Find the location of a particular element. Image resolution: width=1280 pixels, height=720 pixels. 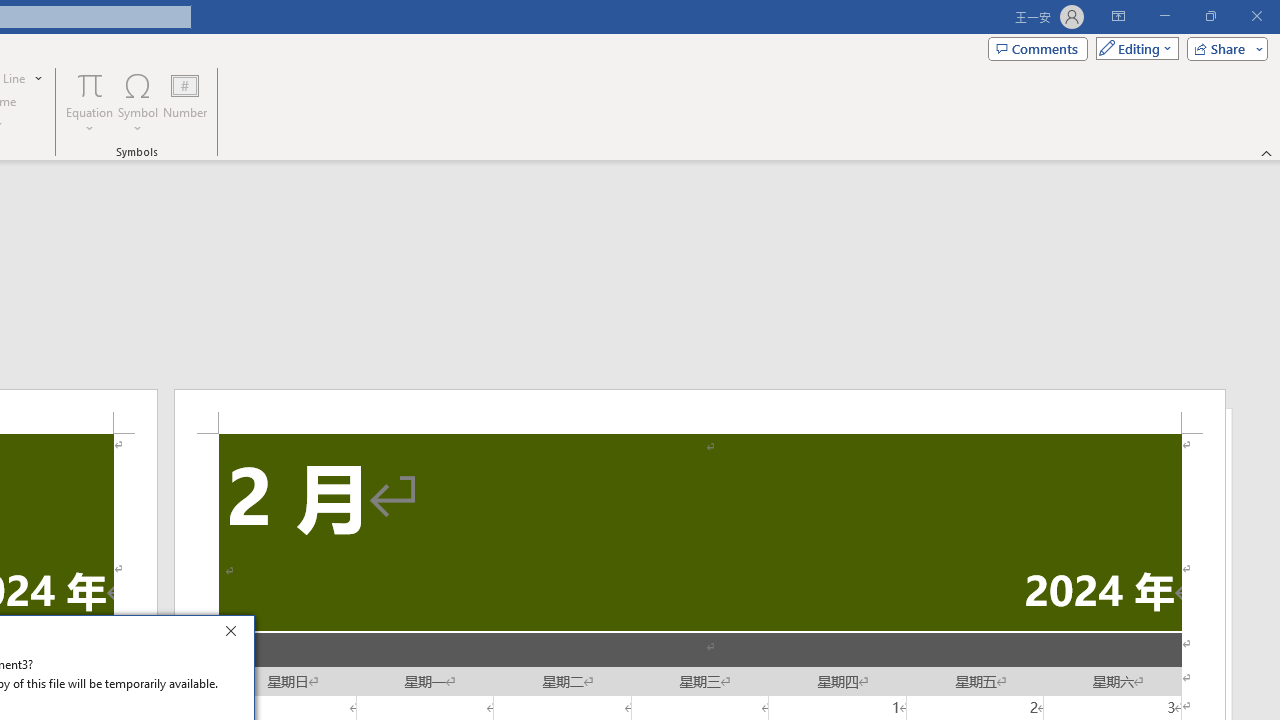

'Ribbon Display Options' is located at coordinates (1117, 16).